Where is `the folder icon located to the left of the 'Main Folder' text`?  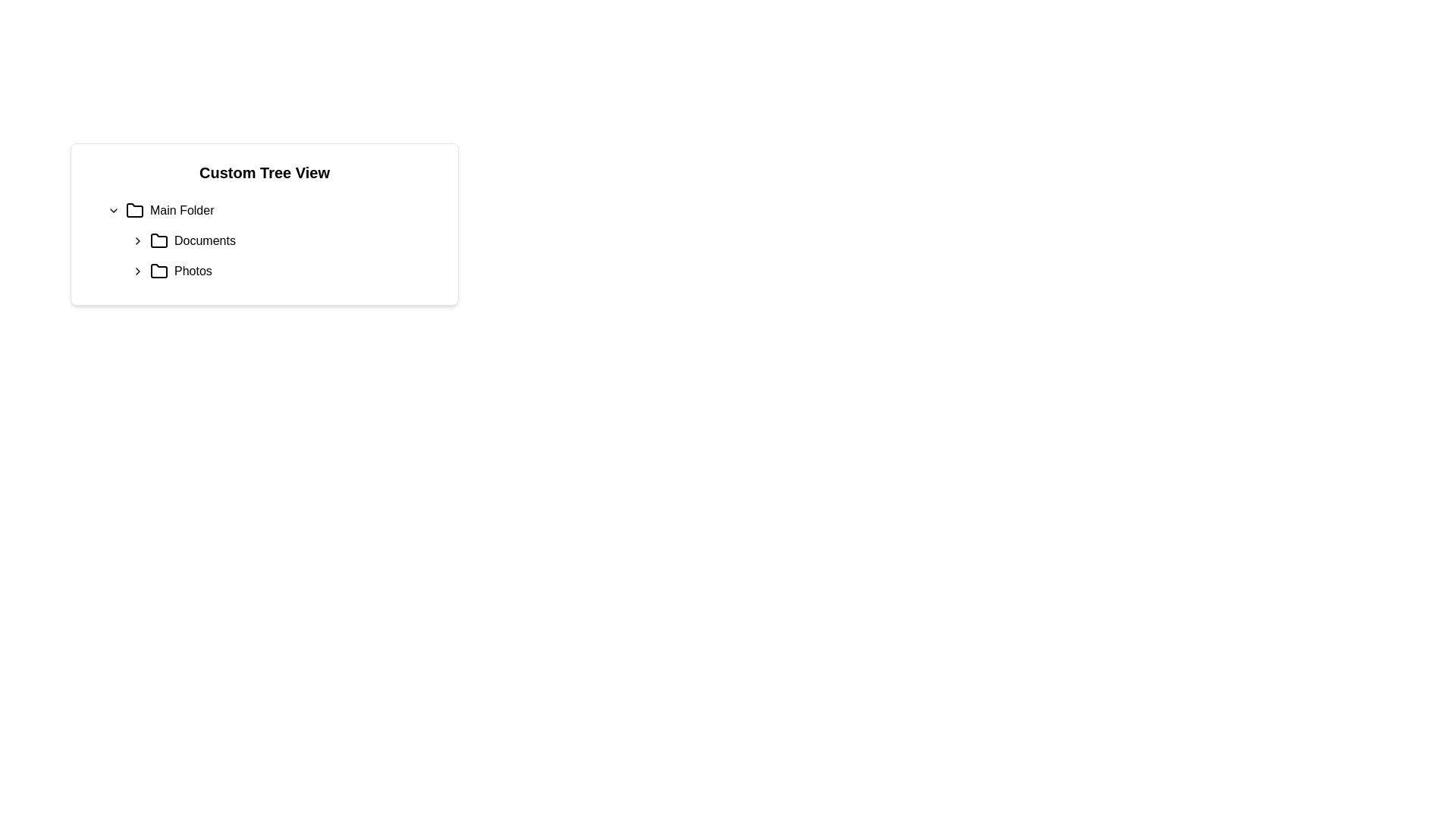
the folder icon located to the left of the 'Main Folder' text is located at coordinates (134, 210).